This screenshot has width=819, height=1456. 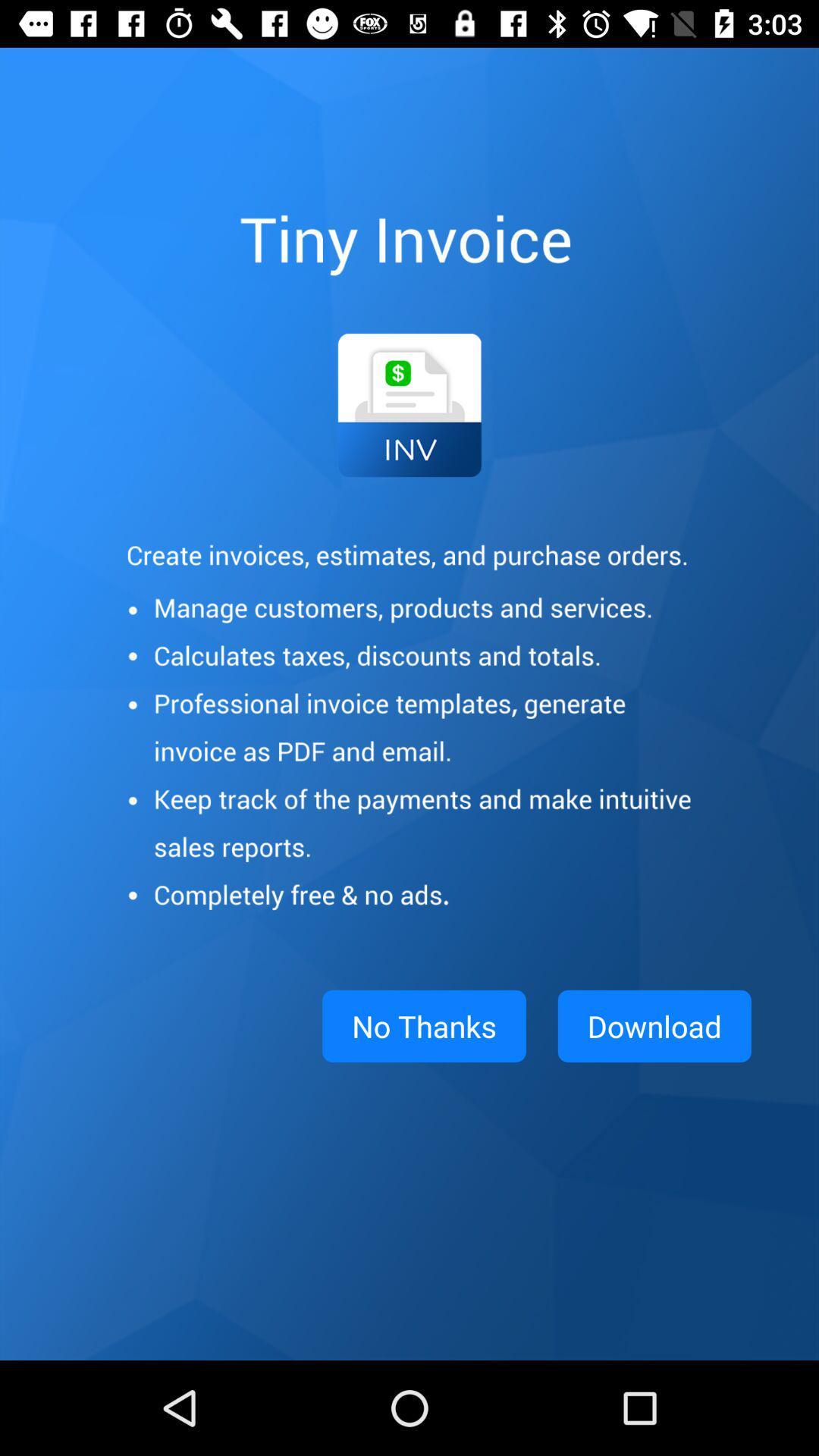 I want to click on item next to no thanks app, so click(x=654, y=1026).